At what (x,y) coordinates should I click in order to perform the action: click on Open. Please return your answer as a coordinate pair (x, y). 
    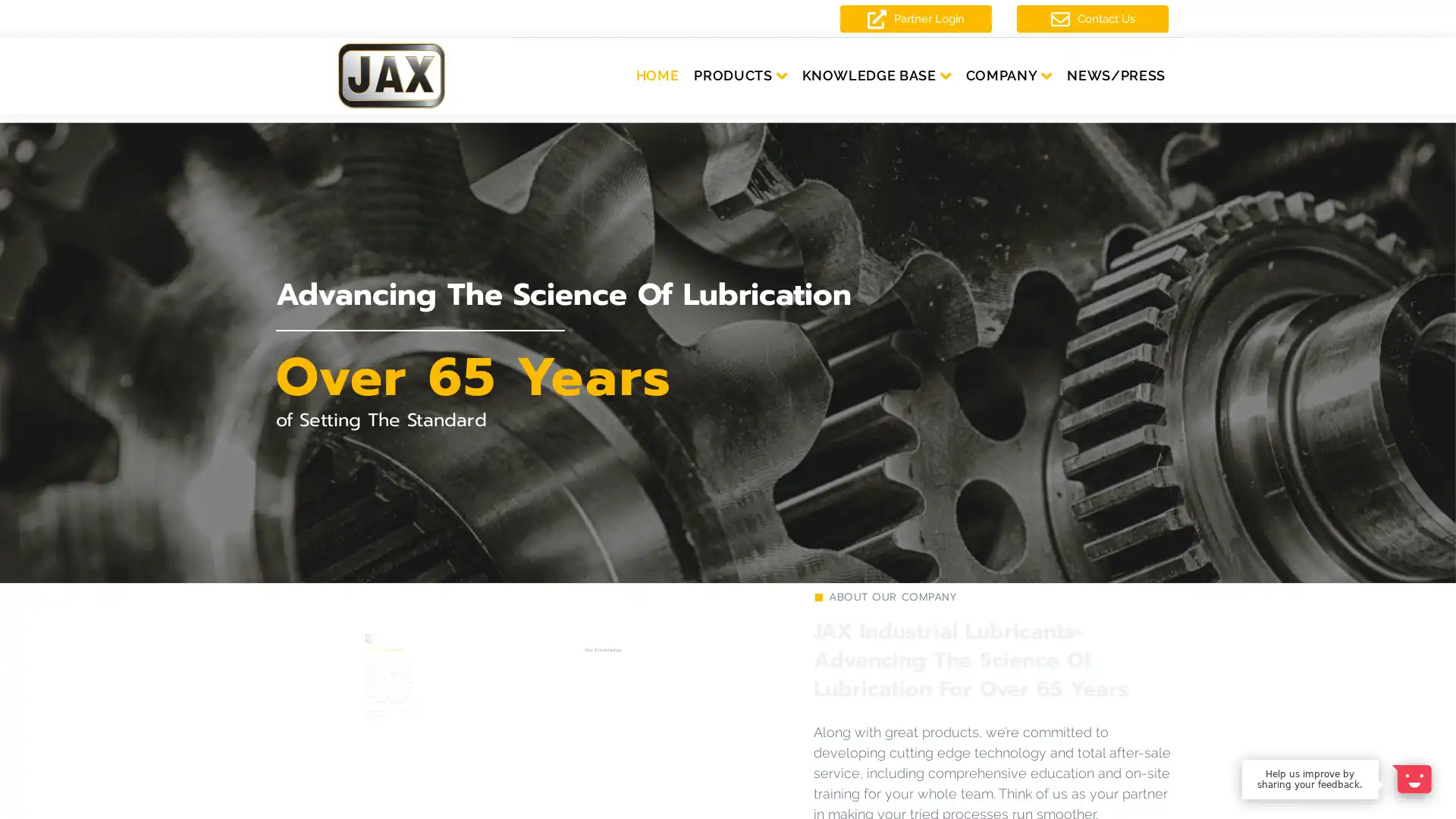
    Looking at the image, I should click on (1410, 778).